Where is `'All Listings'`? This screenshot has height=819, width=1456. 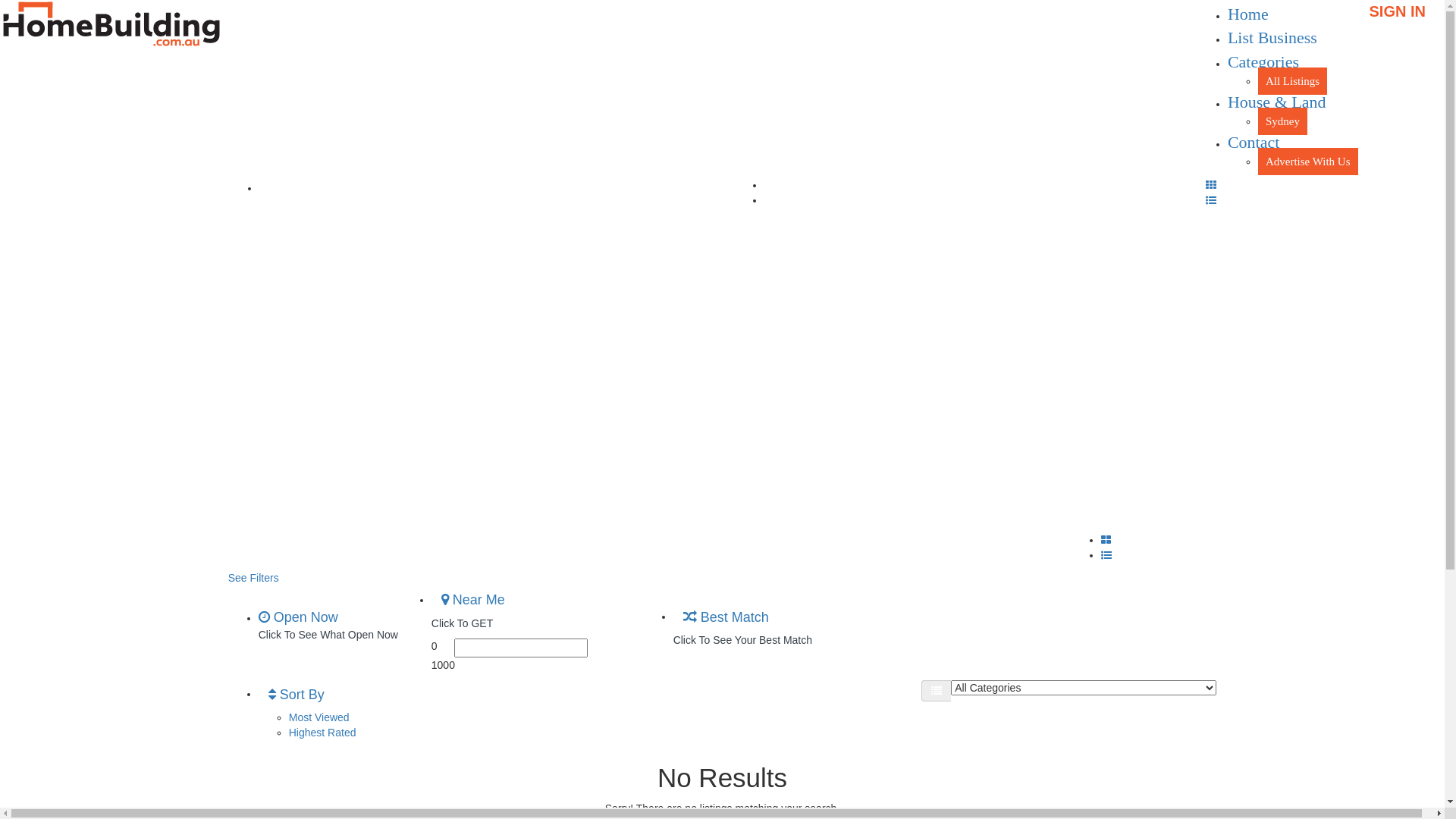
'All Listings' is located at coordinates (1291, 81).